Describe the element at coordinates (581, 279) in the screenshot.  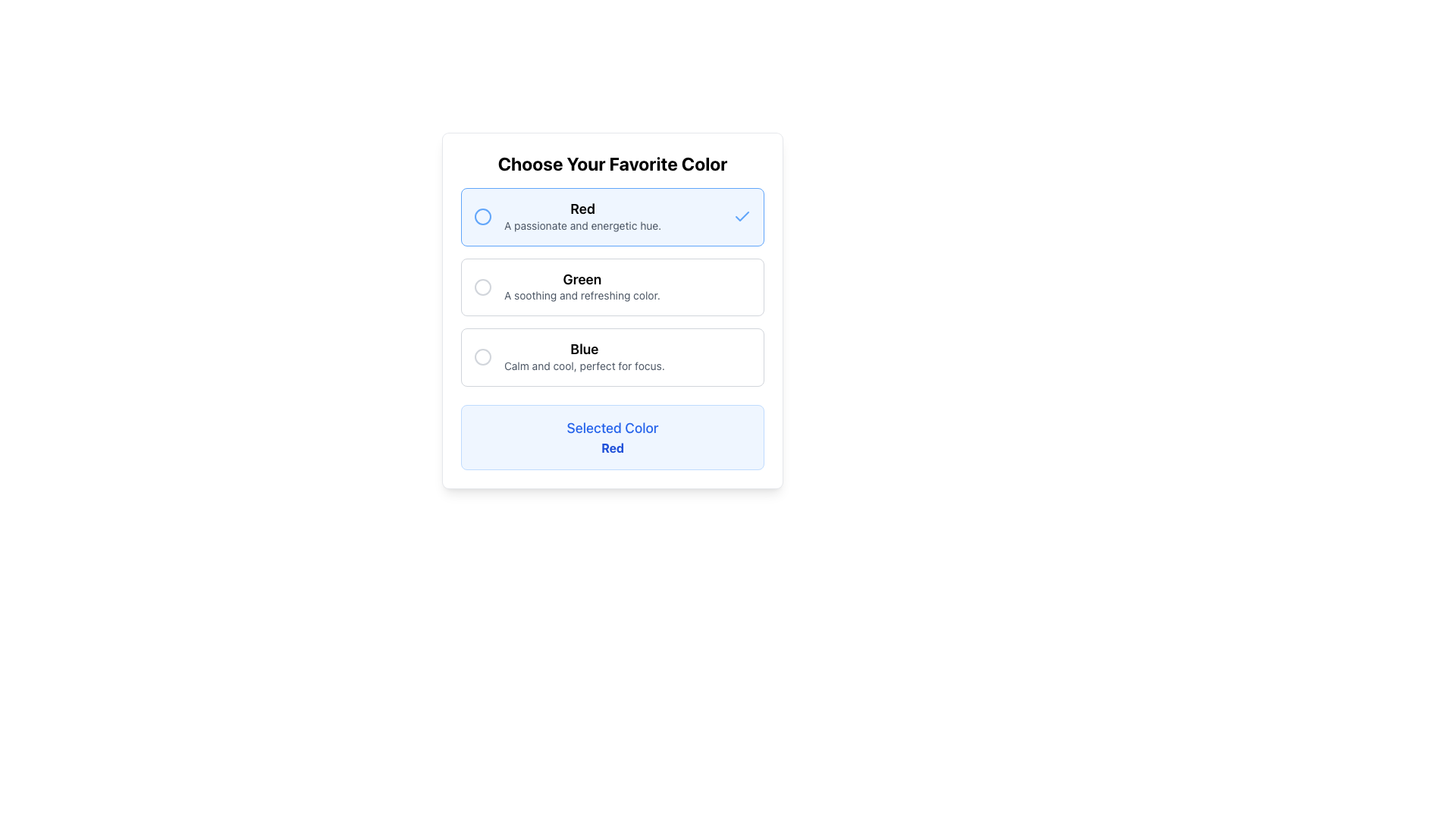
I see `the text label that indicates the option for selecting the 'Green' color, which is positioned above the description 'A soothing and refreshing color'` at that location.